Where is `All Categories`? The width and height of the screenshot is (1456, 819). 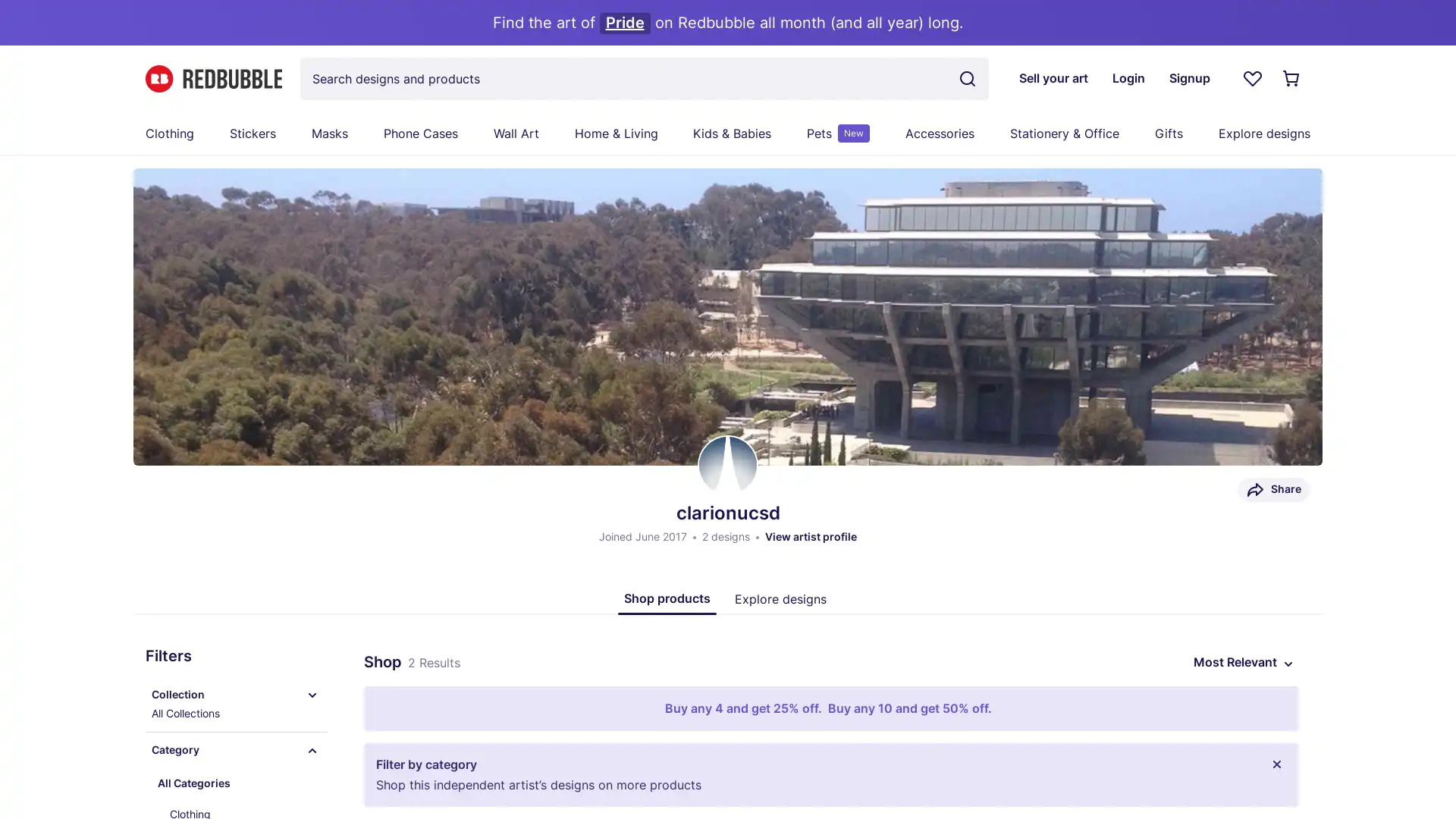 All Categories is located at coordinates (236, 783).